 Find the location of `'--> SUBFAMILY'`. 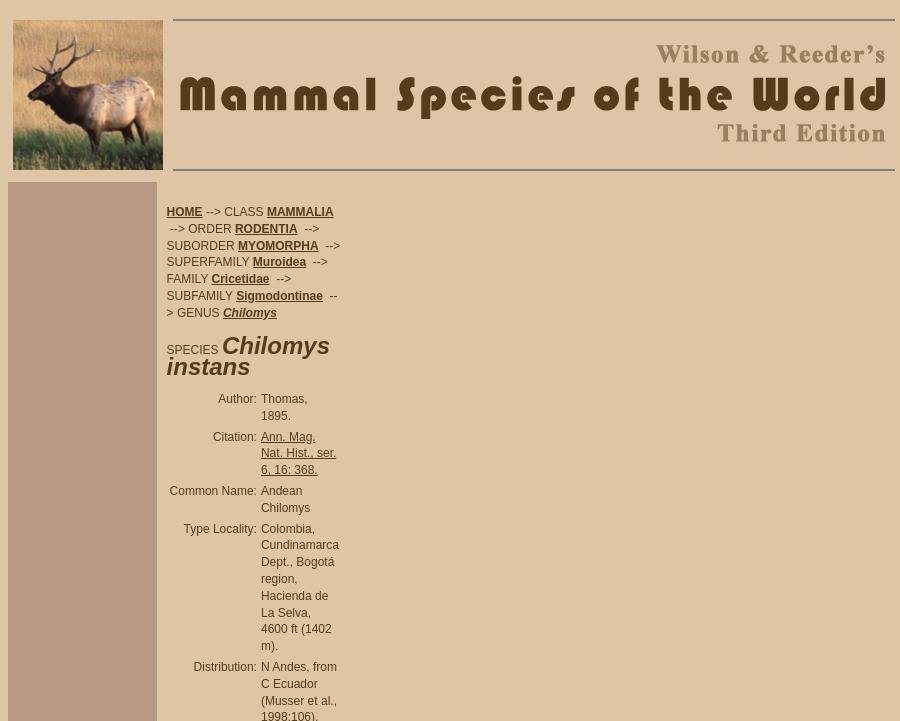

'--> SUBFAMILY' is located at coordinates (227, 286).